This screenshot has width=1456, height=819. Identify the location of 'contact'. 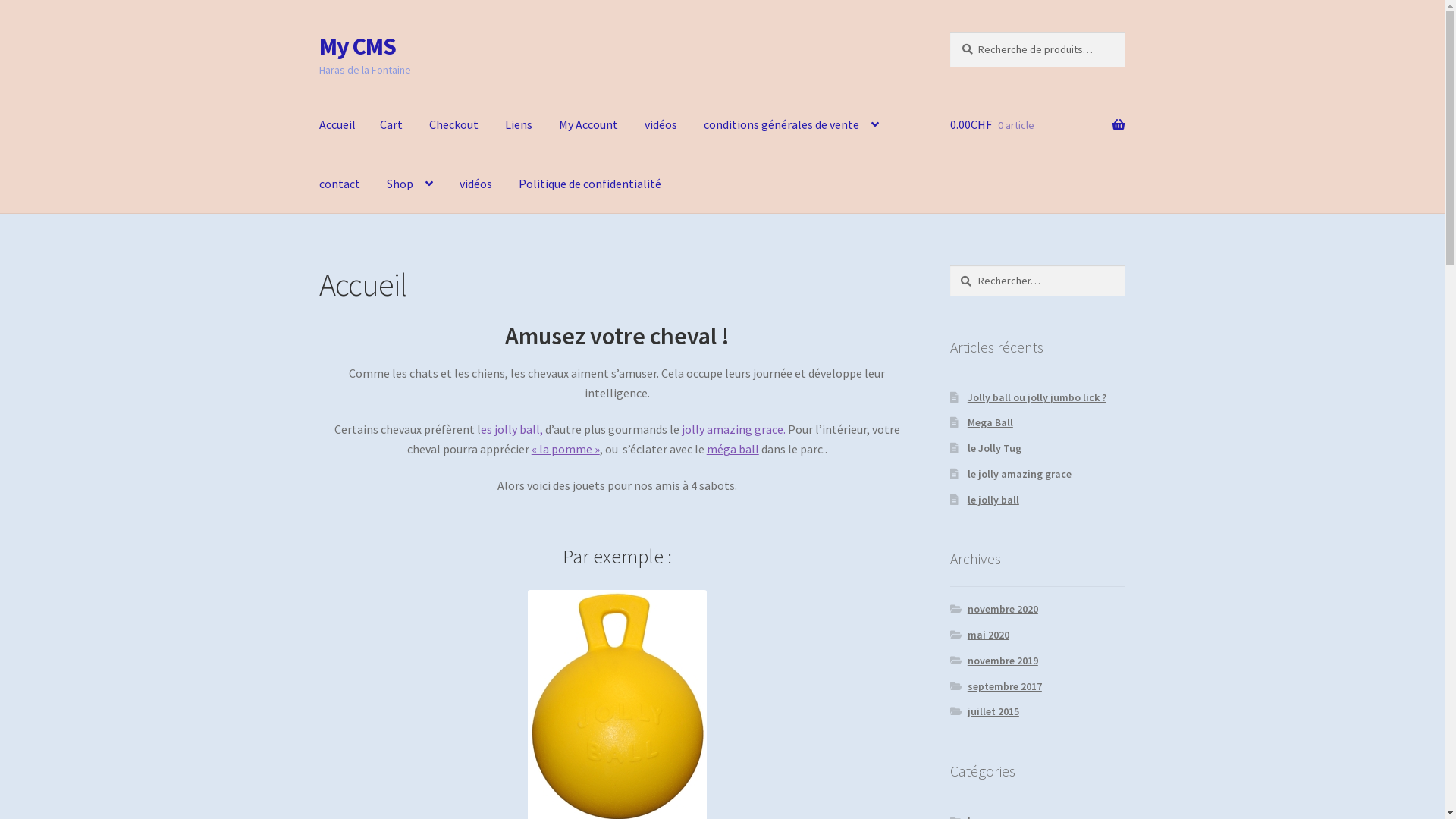
(338, 184).